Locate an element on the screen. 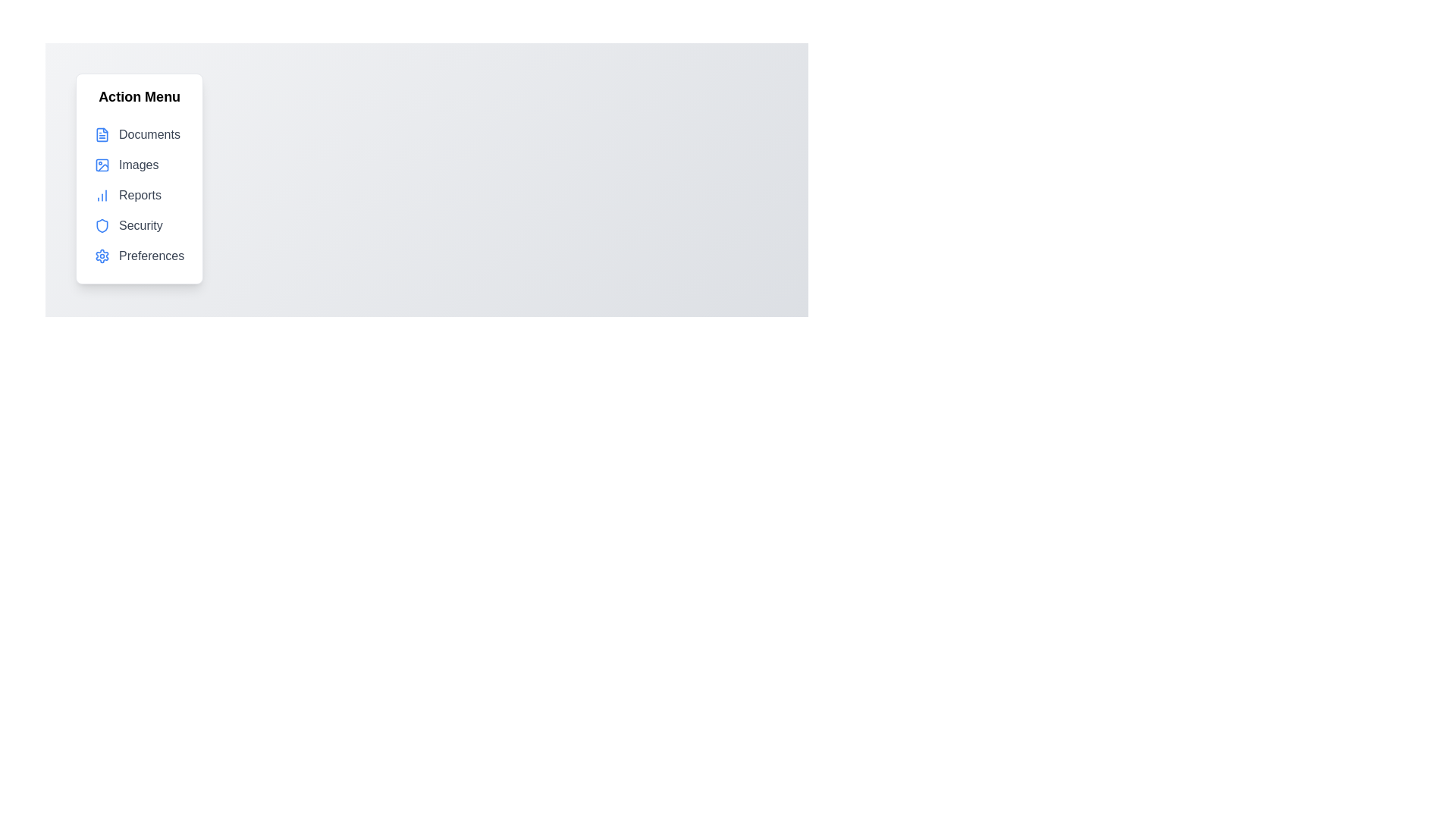  the menu item labeled Reports is located at coordinates (139, 195).